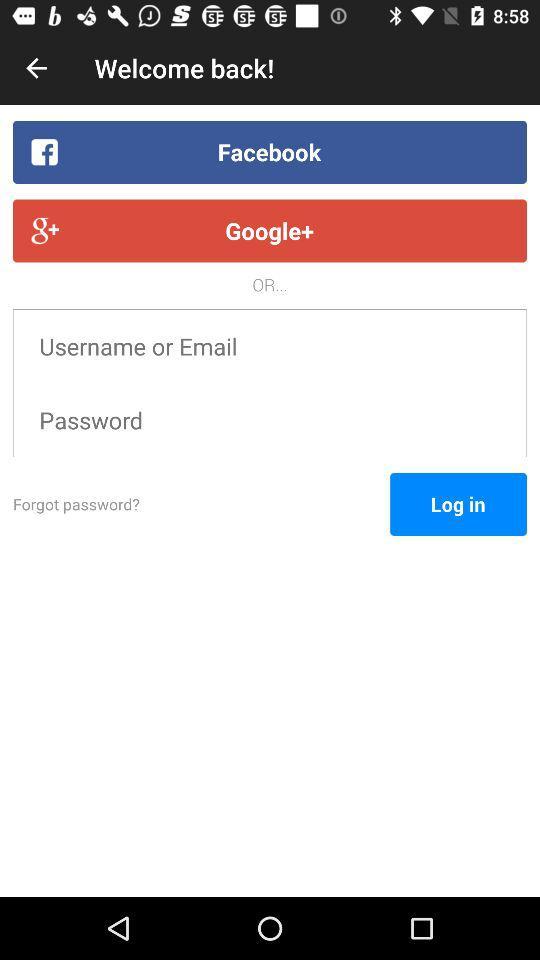  Describe the element at coordinates (270, 230) in the screenshot. I see `the icon below the facebook item` at that location.